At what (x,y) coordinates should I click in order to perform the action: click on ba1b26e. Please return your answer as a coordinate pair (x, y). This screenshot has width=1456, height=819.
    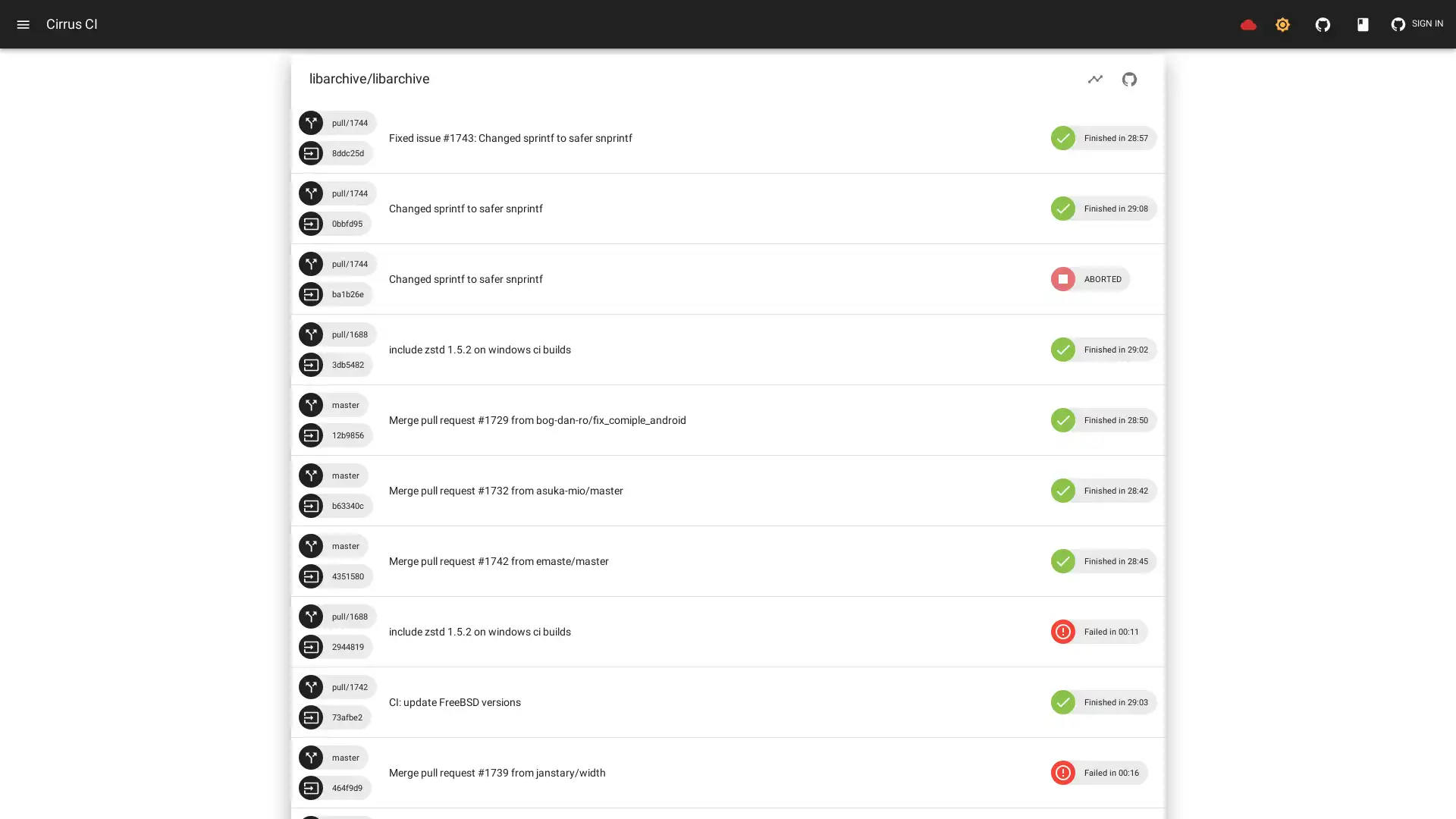
    Looking at the image, I should click on (334, 294).